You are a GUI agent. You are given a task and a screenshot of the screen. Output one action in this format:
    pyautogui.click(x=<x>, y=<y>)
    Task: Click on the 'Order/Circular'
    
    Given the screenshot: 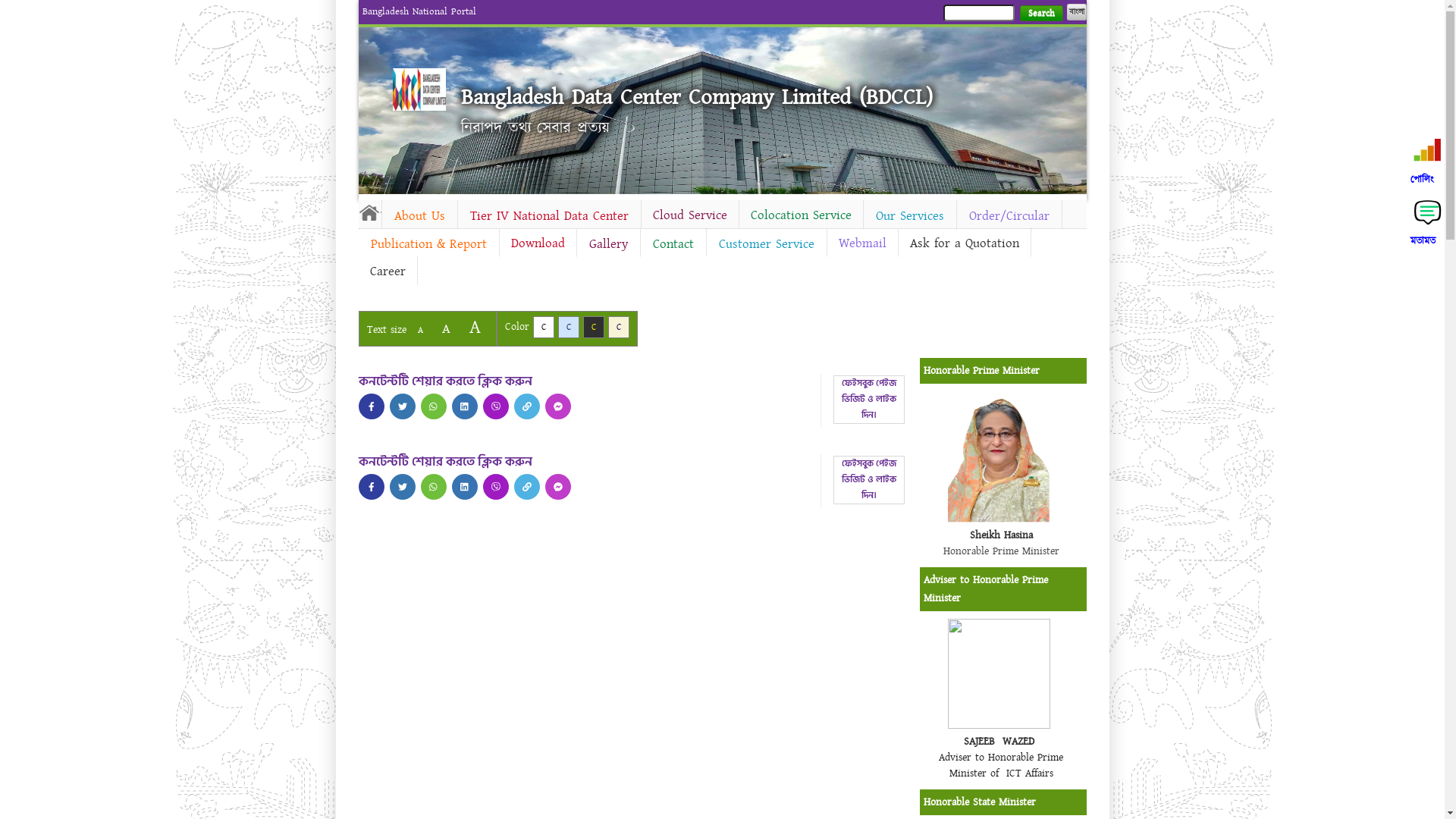 What is the action you would take?
    pyautogui.click(x=1009, y=216)
    